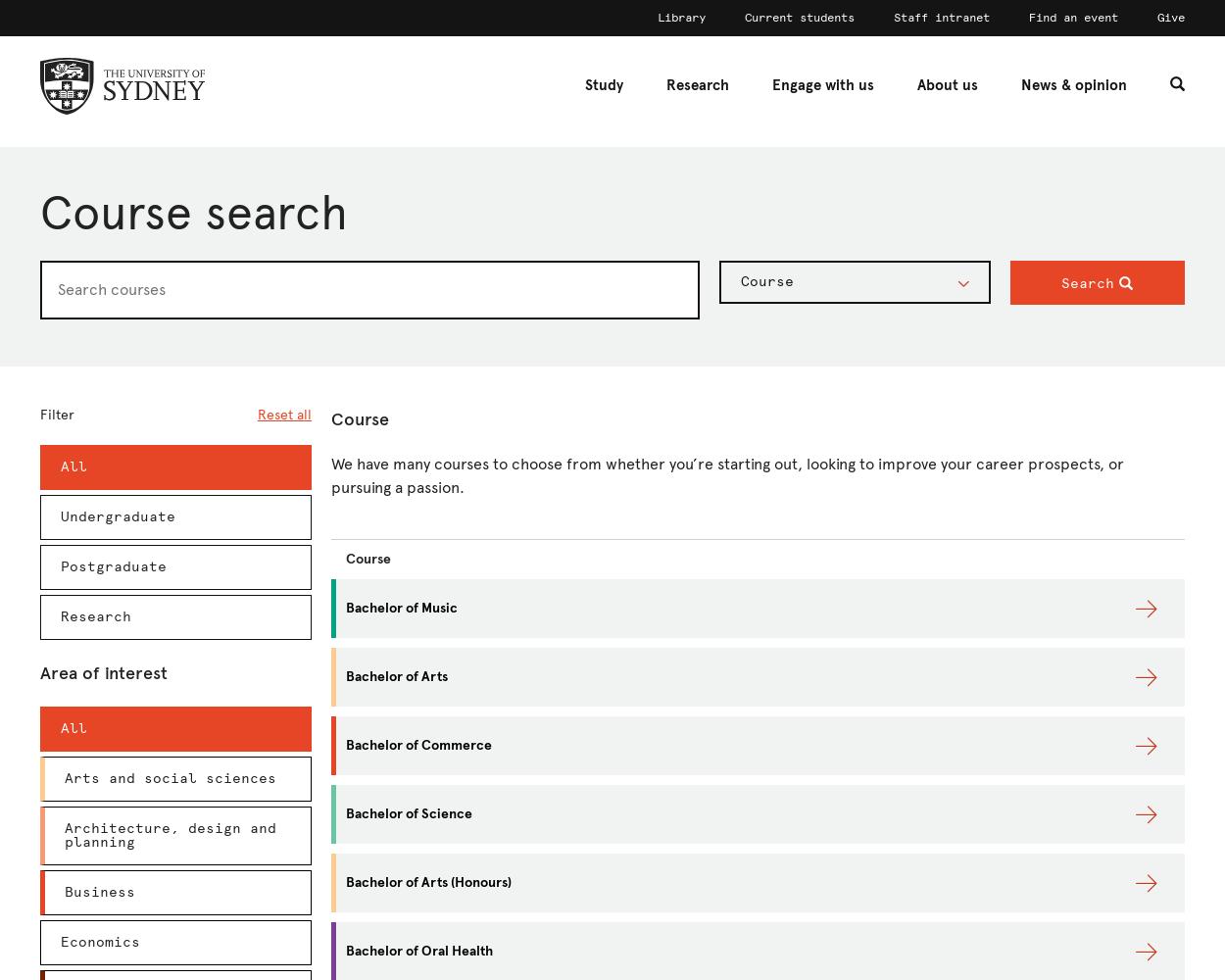  What do you see at coordinates (941, 18) in the screenshot?
I see `'Staff intranet'` at bounding box center [941, 18].